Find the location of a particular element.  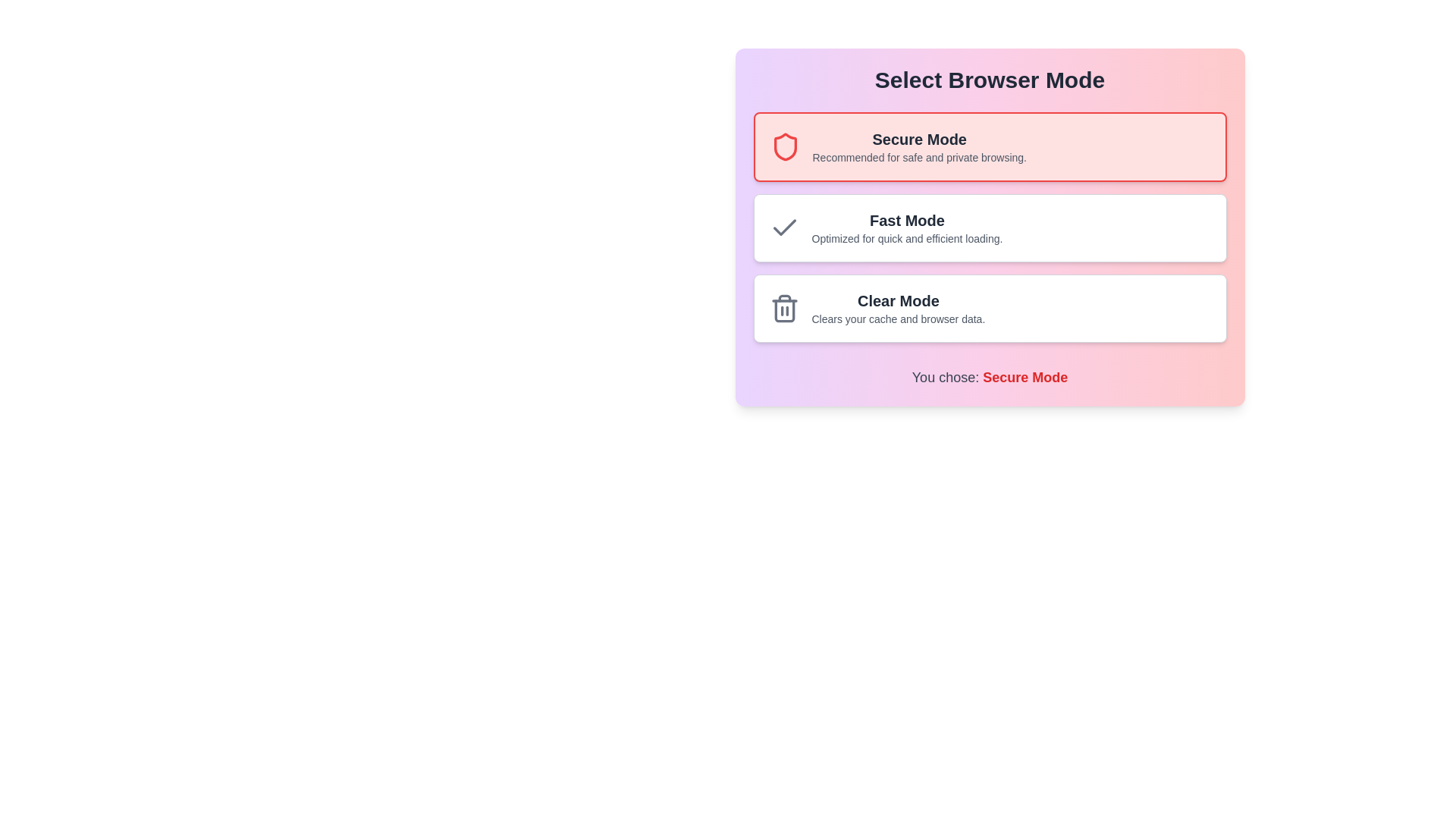

the 'Secure Mode' Label element, which is styled in bold red font and is part of the phrase 'You chose: Secure Mode' is located at coordinates (1025, 376).